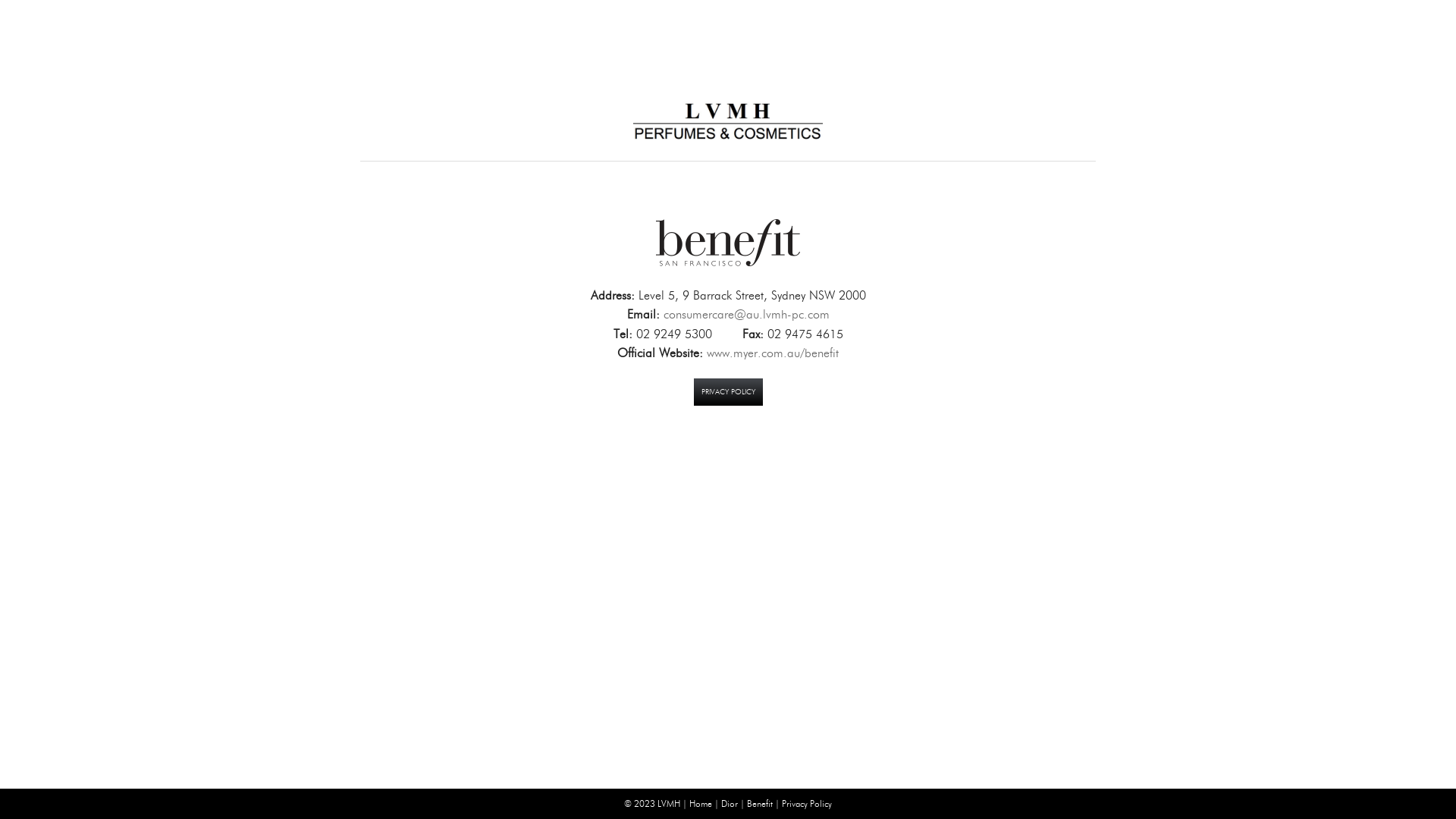 Image resolution: width=1456 pixels, height=819 pixels. I want to click on 'PRIVACY POLICY', so click(692, 391).